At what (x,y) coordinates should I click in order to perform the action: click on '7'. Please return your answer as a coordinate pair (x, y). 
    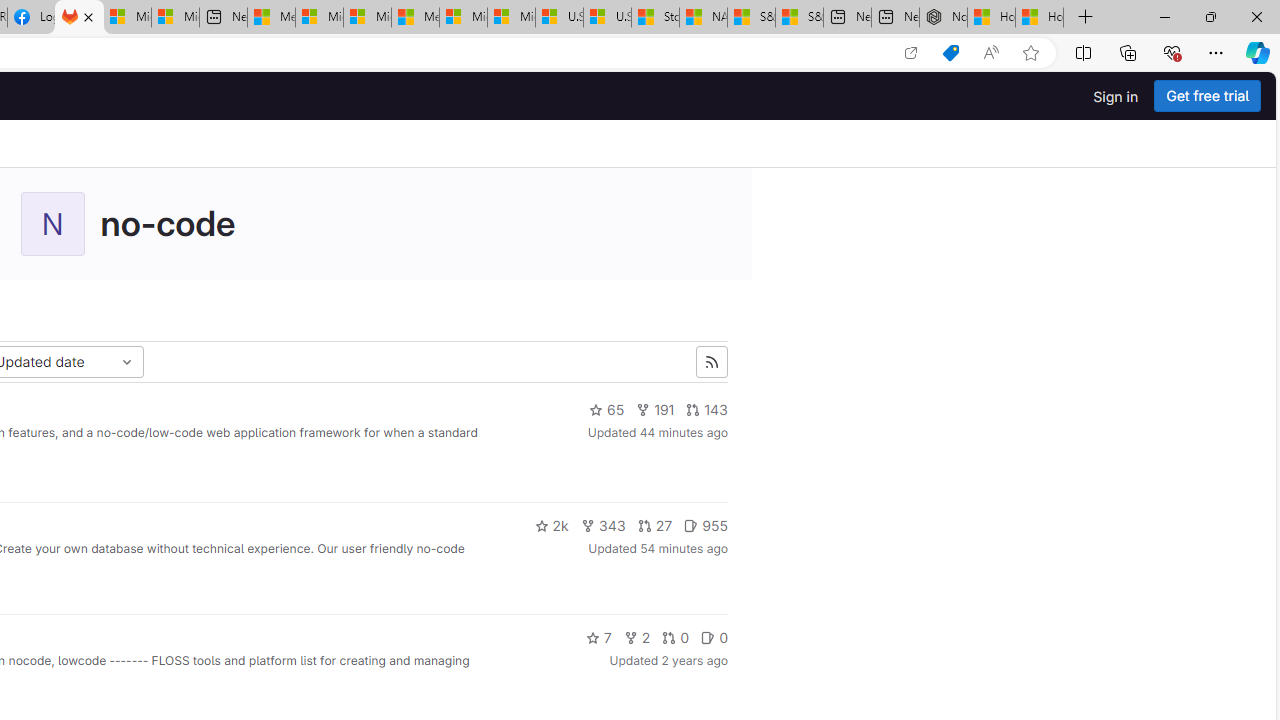
    Looking at the image, I should click on (597, 637).